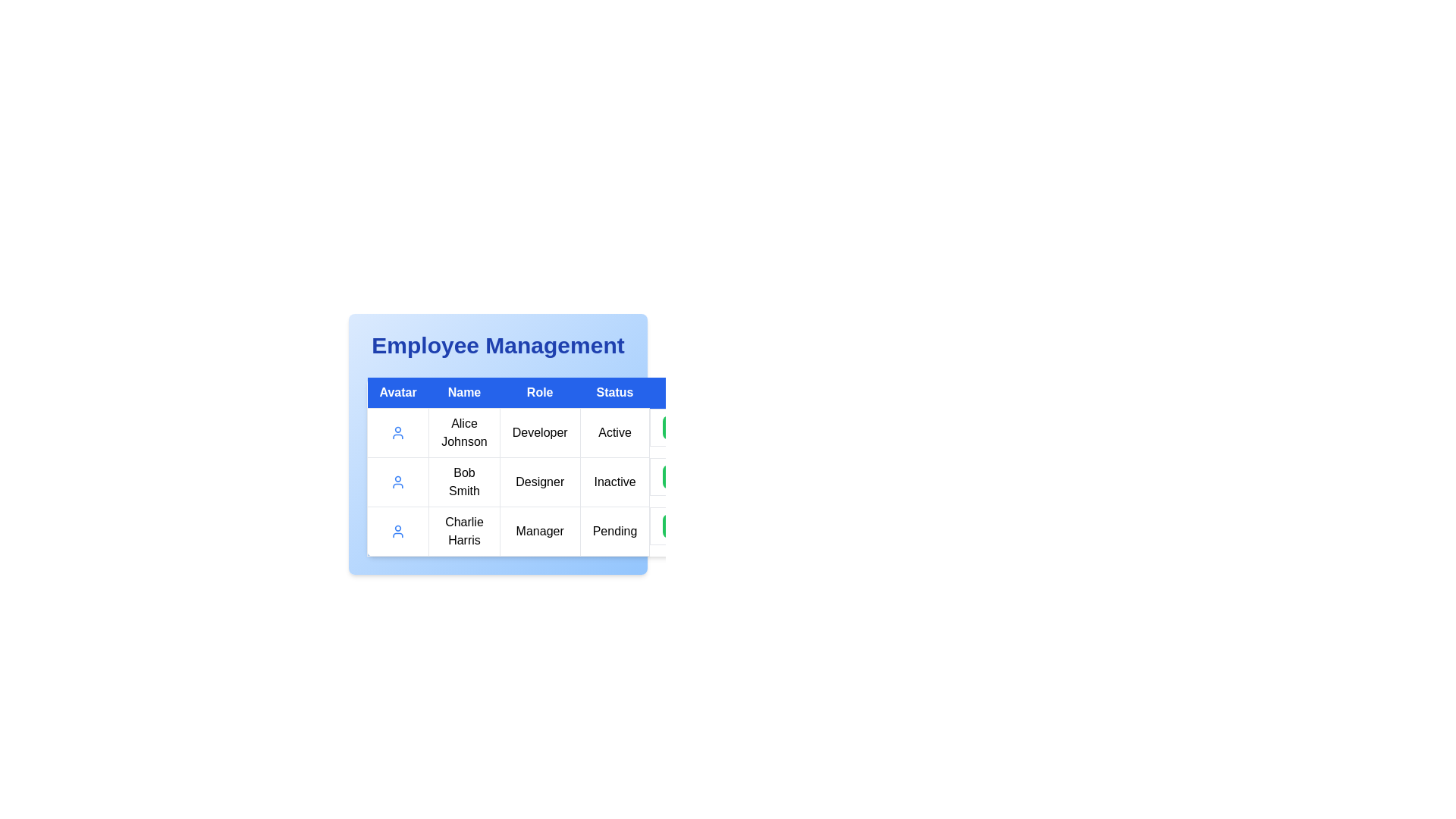 This screenshot has width=1456, height=819. What do you see at coordinates (398, 392) in the screenshot?
I see `the 'Avatar' table header, which is the first header in the list, displaying white text on a blue background, located directly under 'Employee Management'` at bounding box center [398, 392].